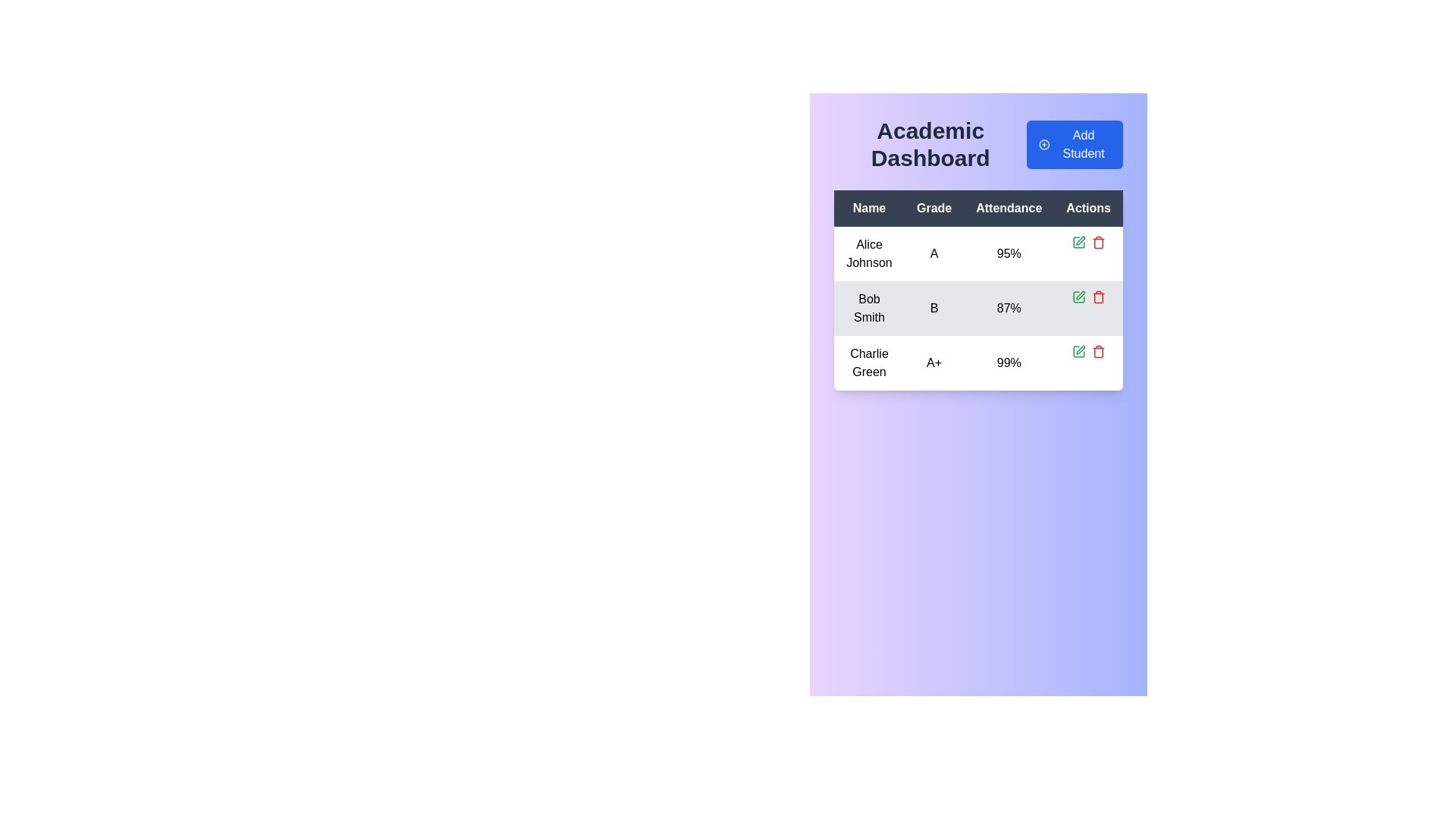 This screenshot has height=819, width=1456. I want to click on the green edit icon with a pen symbol in the 'Actions' column associated with 'Charlie Green', so click(1078, 351).